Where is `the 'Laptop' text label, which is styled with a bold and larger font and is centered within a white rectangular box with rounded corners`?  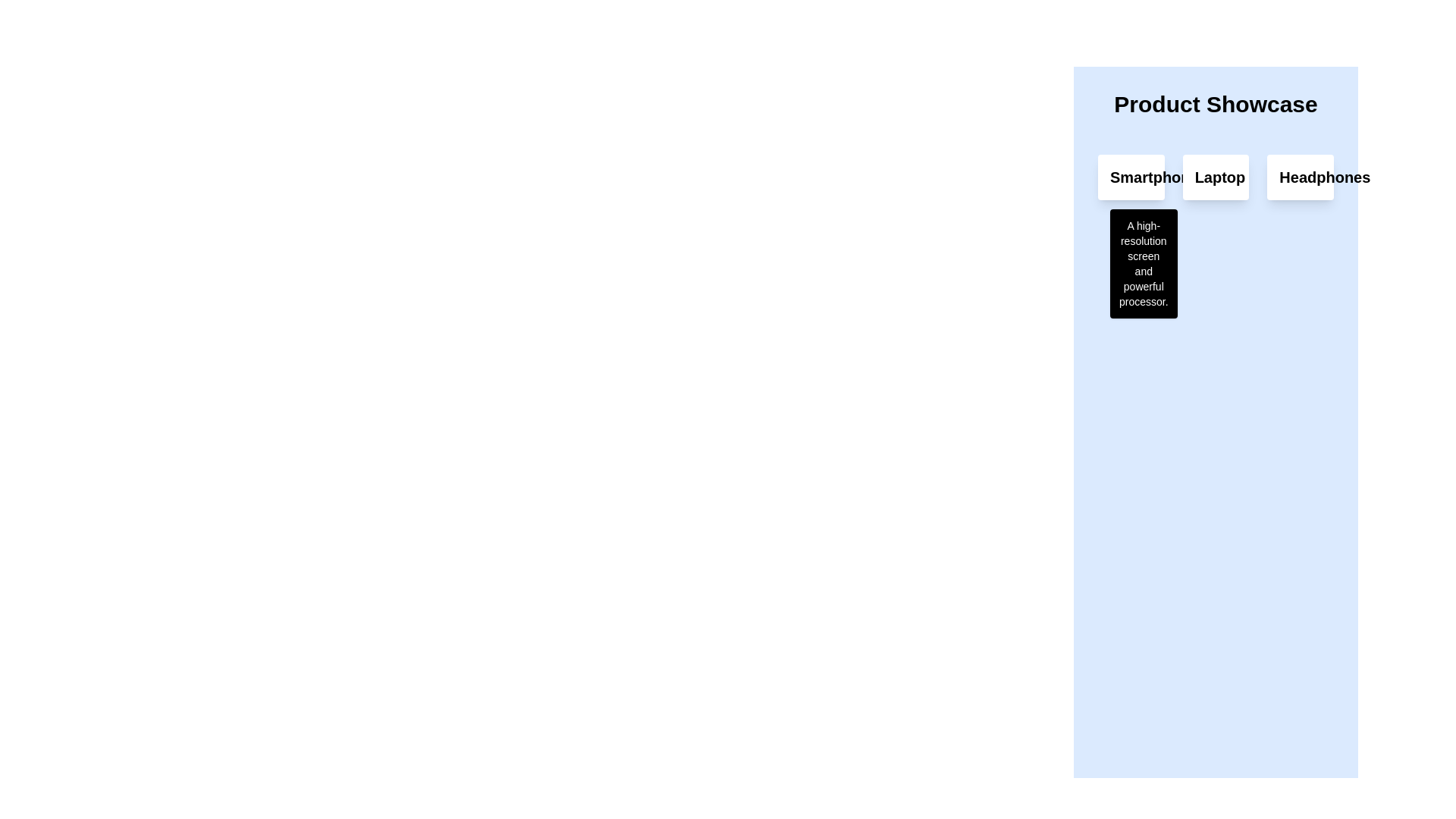 the 'Laptop' text label, which is styled with a bold and larger font and is centered within a white rectangular box with rounded corners is located at coordinates (1216, 177).